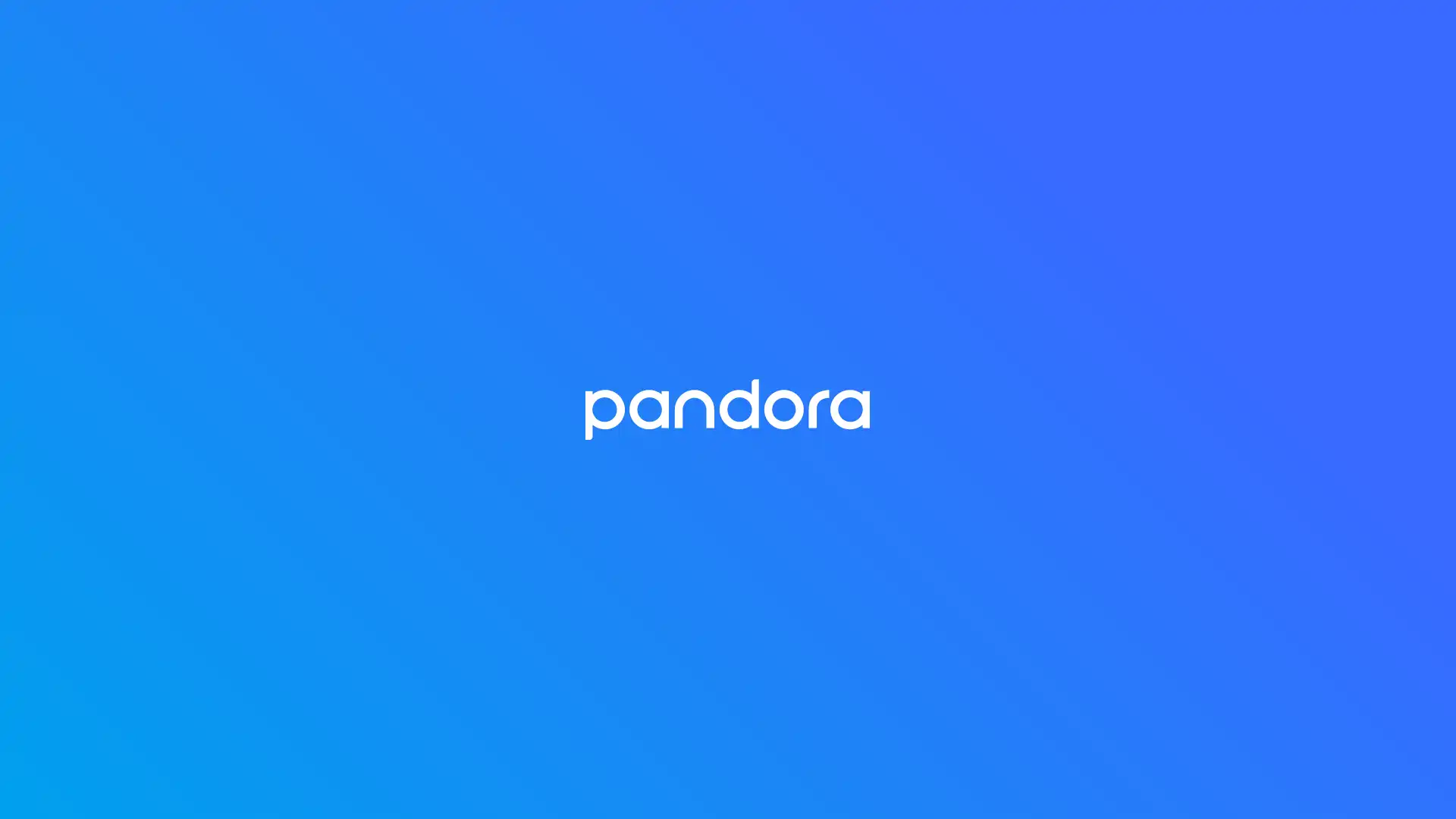 This screenshot has height=819, width=1456. I want to click on Play Podcast, so click(356, 494).